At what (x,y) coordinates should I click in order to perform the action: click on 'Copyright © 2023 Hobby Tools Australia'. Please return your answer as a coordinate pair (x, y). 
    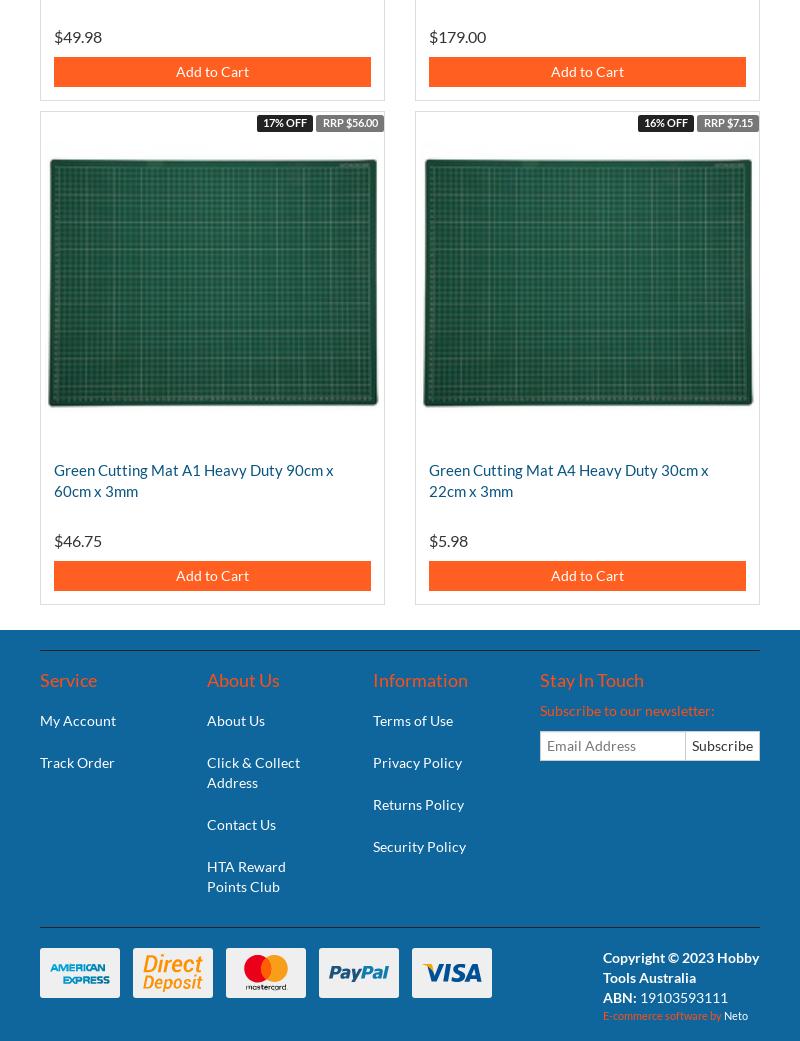
    Looking at the image, I should click on (680, 966).